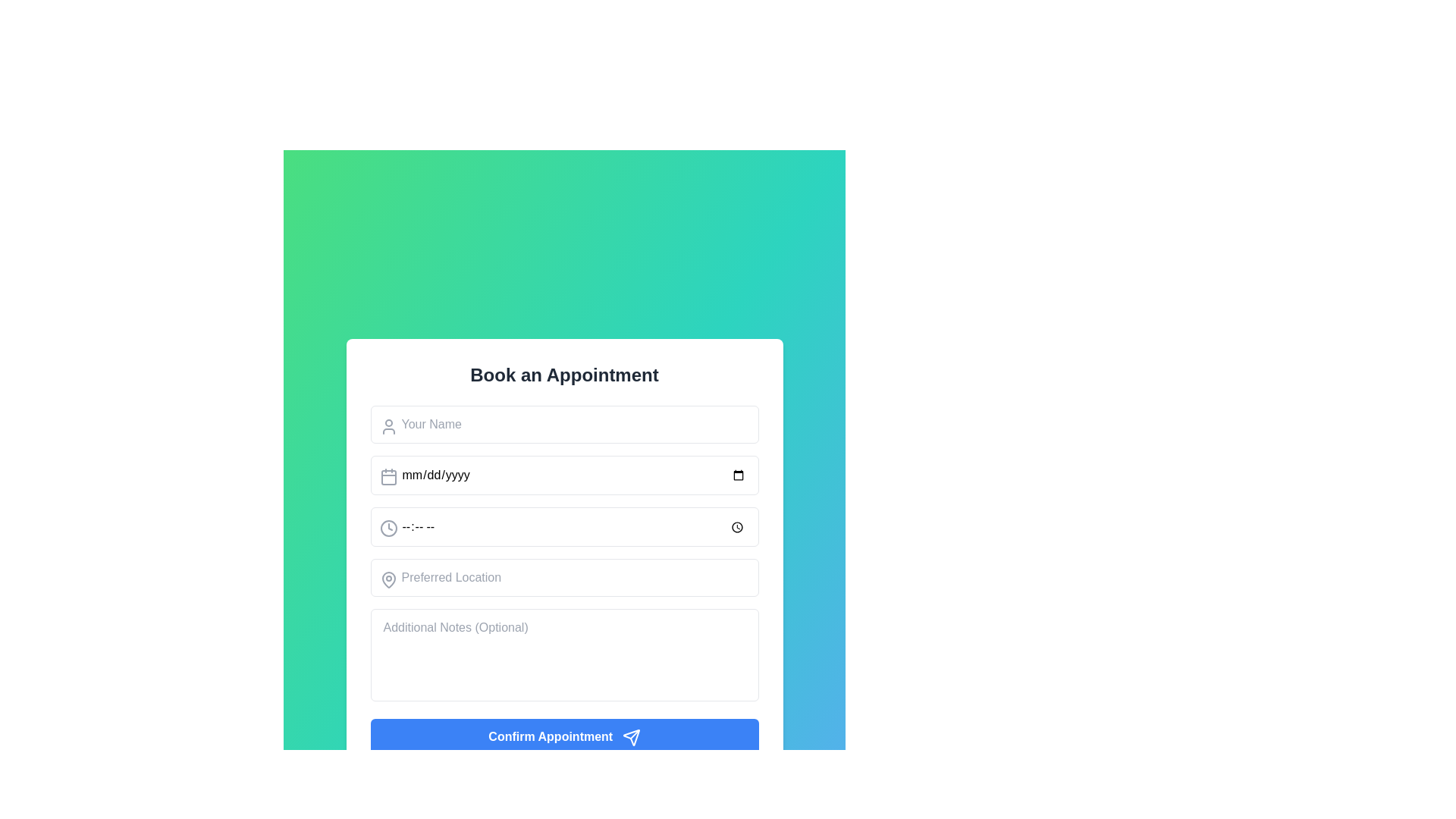  Describe the element at coordinates (388, 580) in the screenshot. I see `the non-interactive decorative icon that visually indicates location-related input for the 'Preferred Location' field, which is situated in the top-left corner of the input field` at that location.